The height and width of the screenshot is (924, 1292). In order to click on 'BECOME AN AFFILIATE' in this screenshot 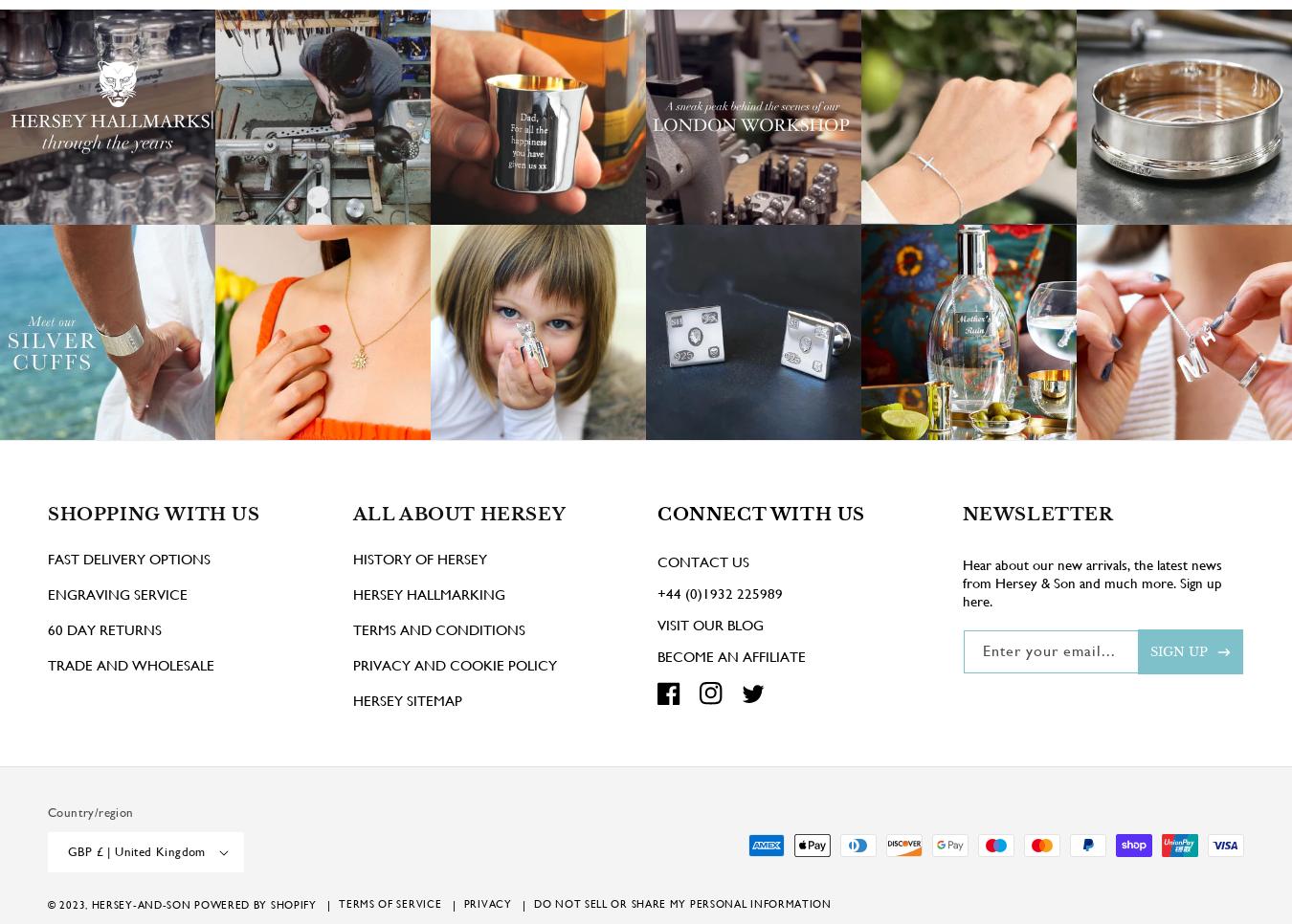, I will do `click(730, 682)`.